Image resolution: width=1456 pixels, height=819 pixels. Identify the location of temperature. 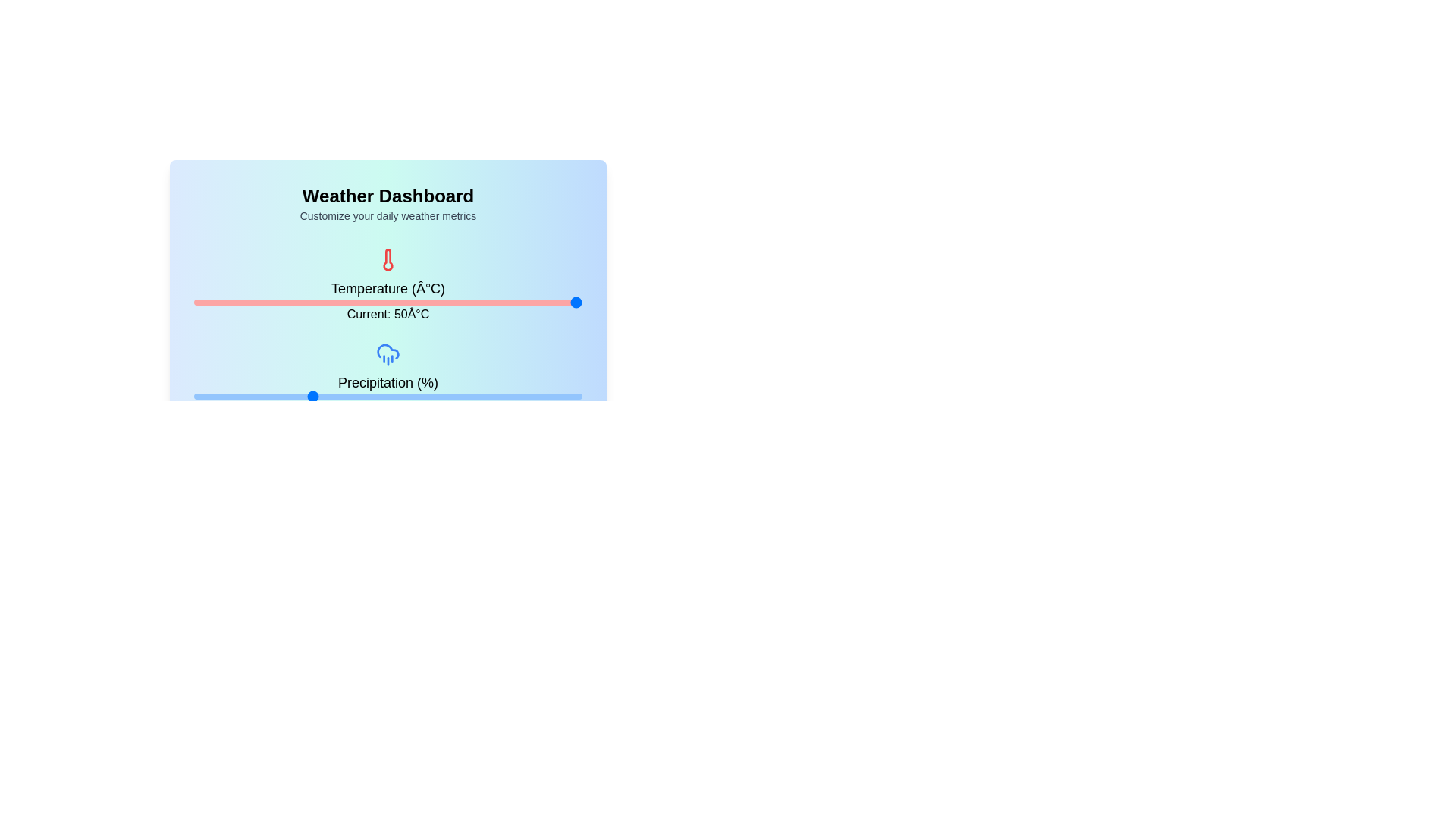
(565, 302).